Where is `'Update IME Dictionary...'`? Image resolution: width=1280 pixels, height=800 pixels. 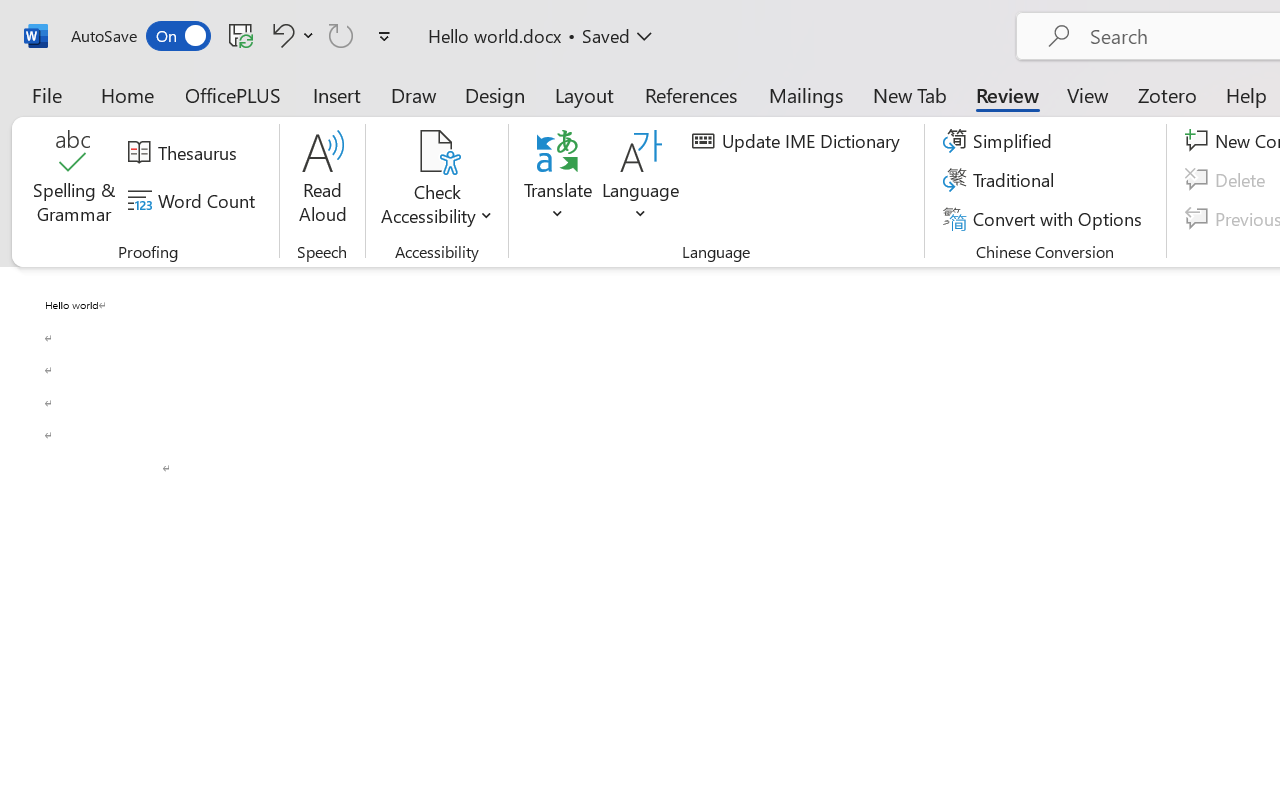
'Update IME Dictionary...' is located at coordinates (798, 141).